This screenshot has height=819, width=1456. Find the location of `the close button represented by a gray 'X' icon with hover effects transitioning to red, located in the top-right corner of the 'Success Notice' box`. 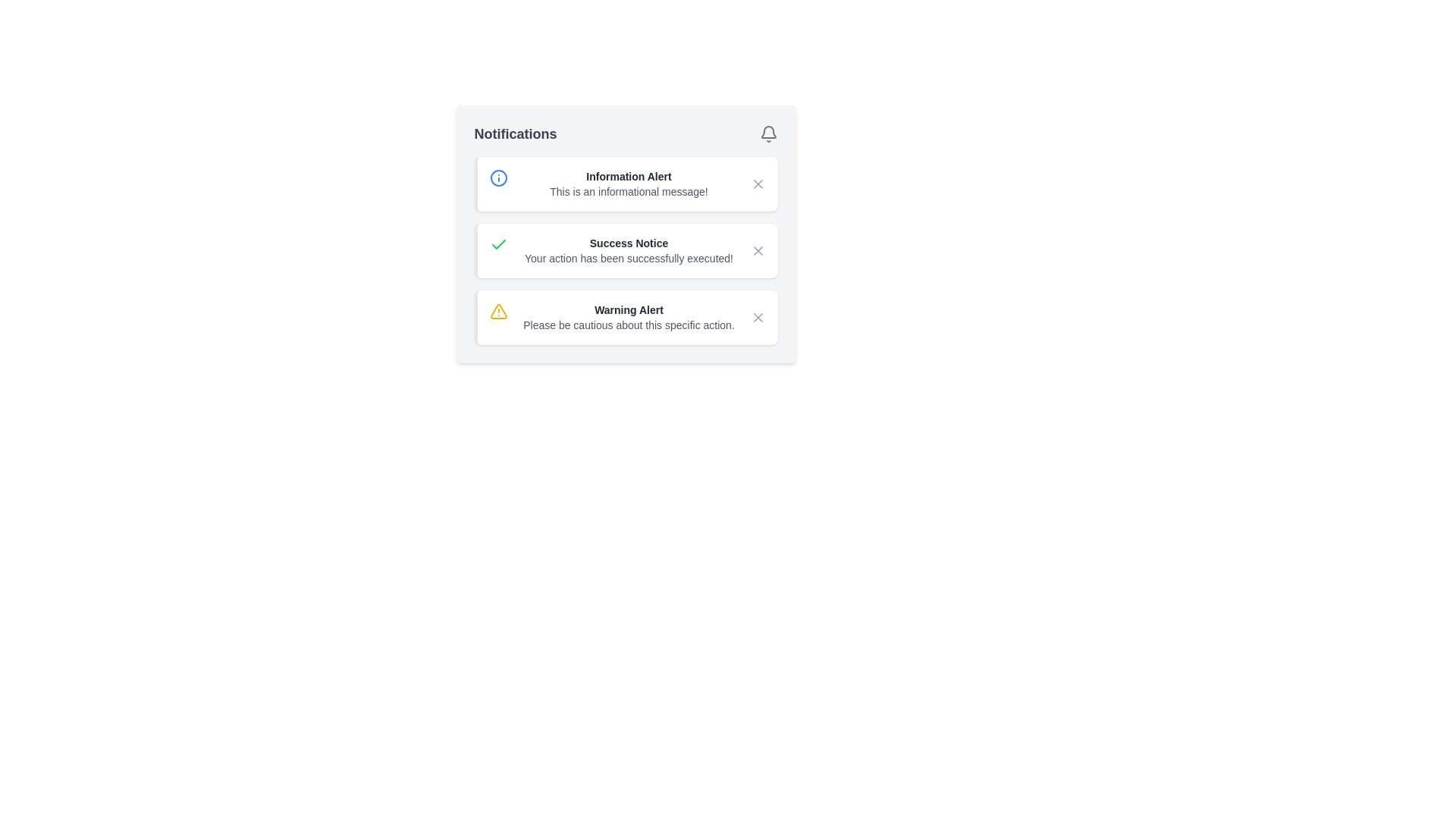

the close button represented by a gray 'X' icon with hover effects transitioning to red, located in the top-right corner of the 'Success Notice' box is located at coordinates (758, 250).